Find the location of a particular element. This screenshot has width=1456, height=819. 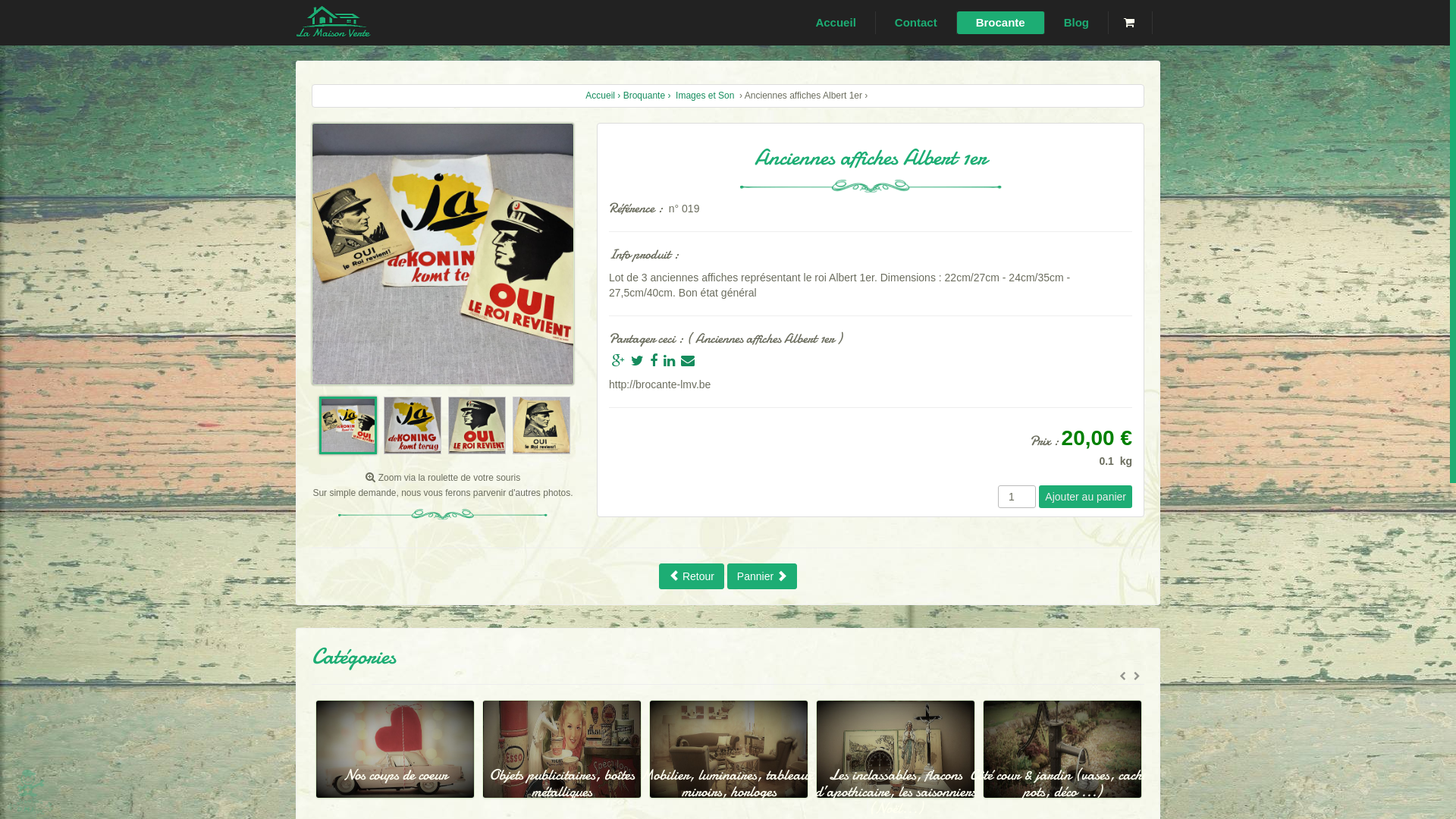

'Pannier' is located at coordinates (726, 576).